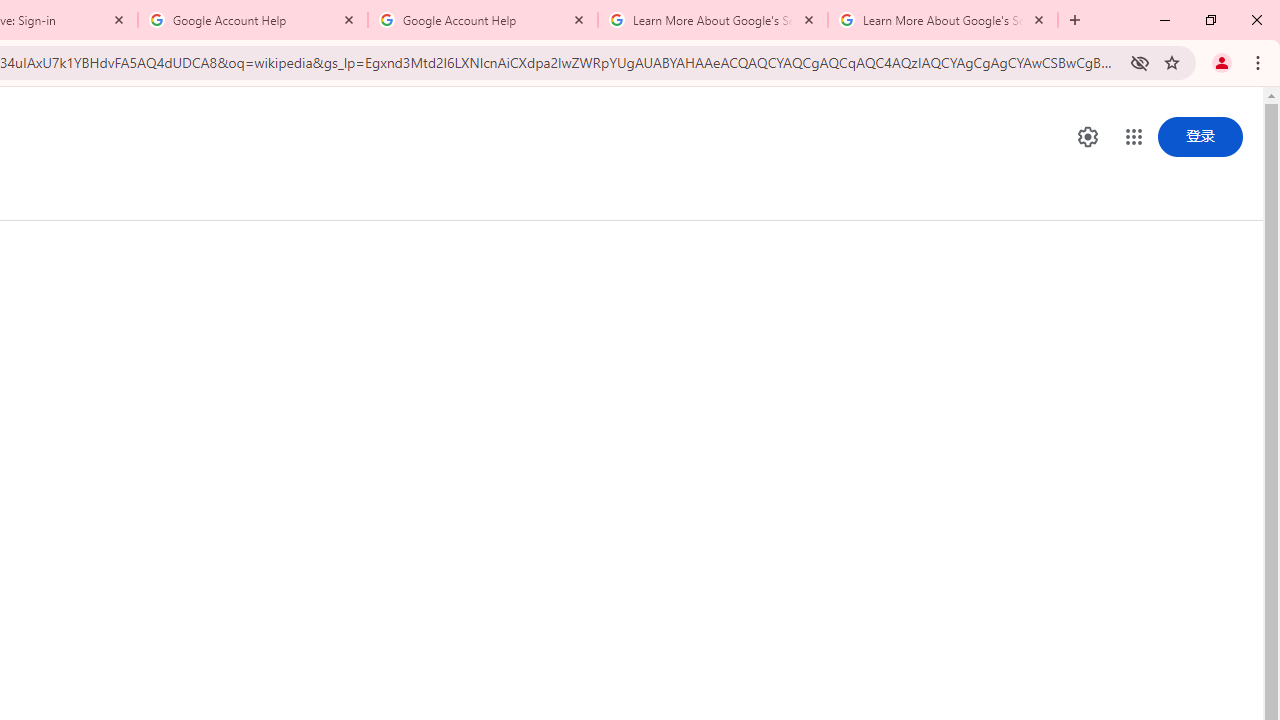 This screenshot has height=720, width=1280. What do you see at coordinates (1074, 20) in the screenshot?
I see `'New Tab'` at bounding box center [1074, 20].